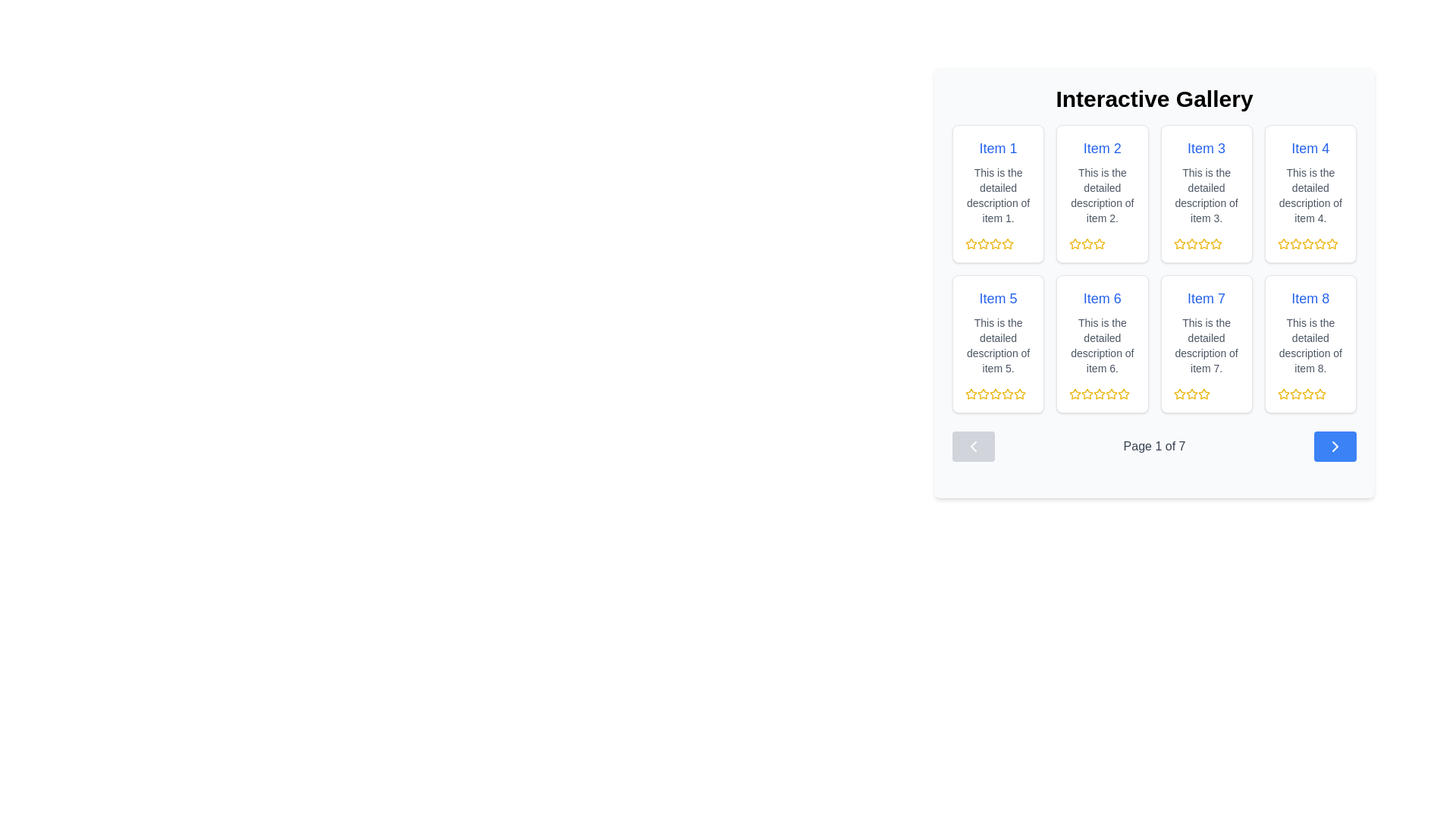 The width and height of the screenshot is (1456, 819). Describe the element at coordinates (1307, 243) in the screenshot. I see `the fourth star icon` at that location.